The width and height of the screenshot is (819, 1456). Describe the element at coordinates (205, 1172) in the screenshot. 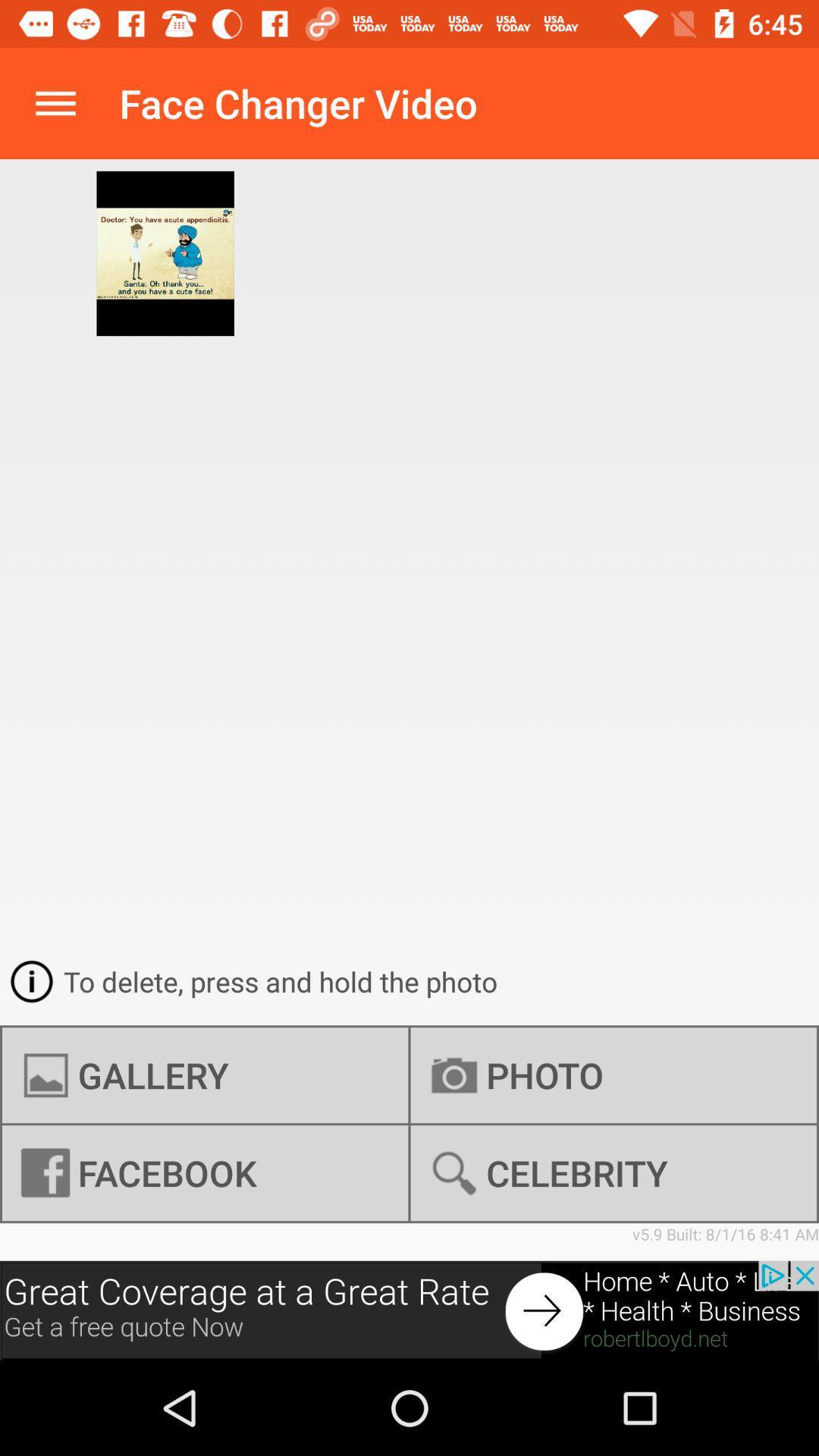

I see `the facebook` at that location.